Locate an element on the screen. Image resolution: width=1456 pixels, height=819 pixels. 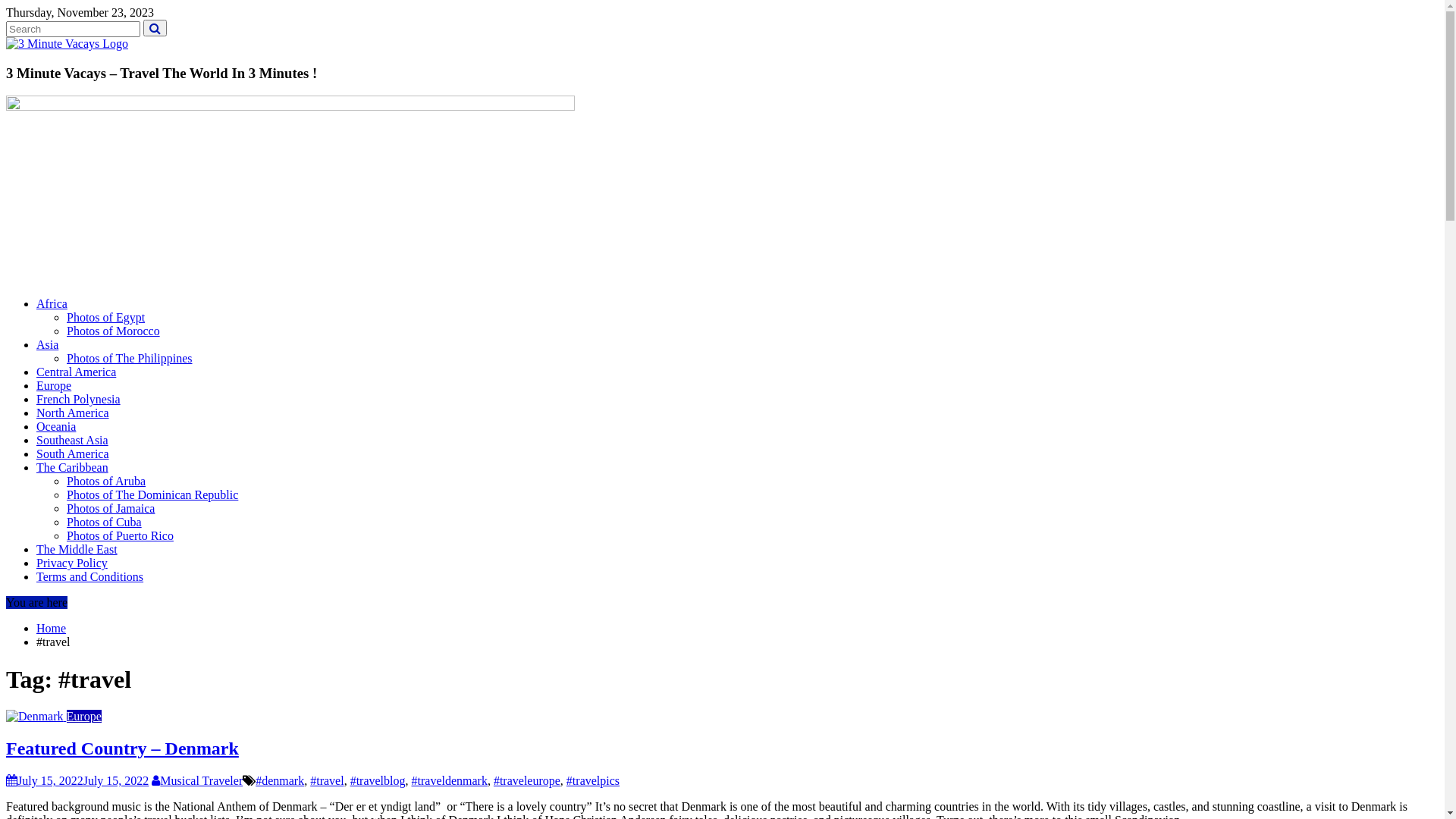
'Photos of The Philippines' is located at coordinates (130, 358).